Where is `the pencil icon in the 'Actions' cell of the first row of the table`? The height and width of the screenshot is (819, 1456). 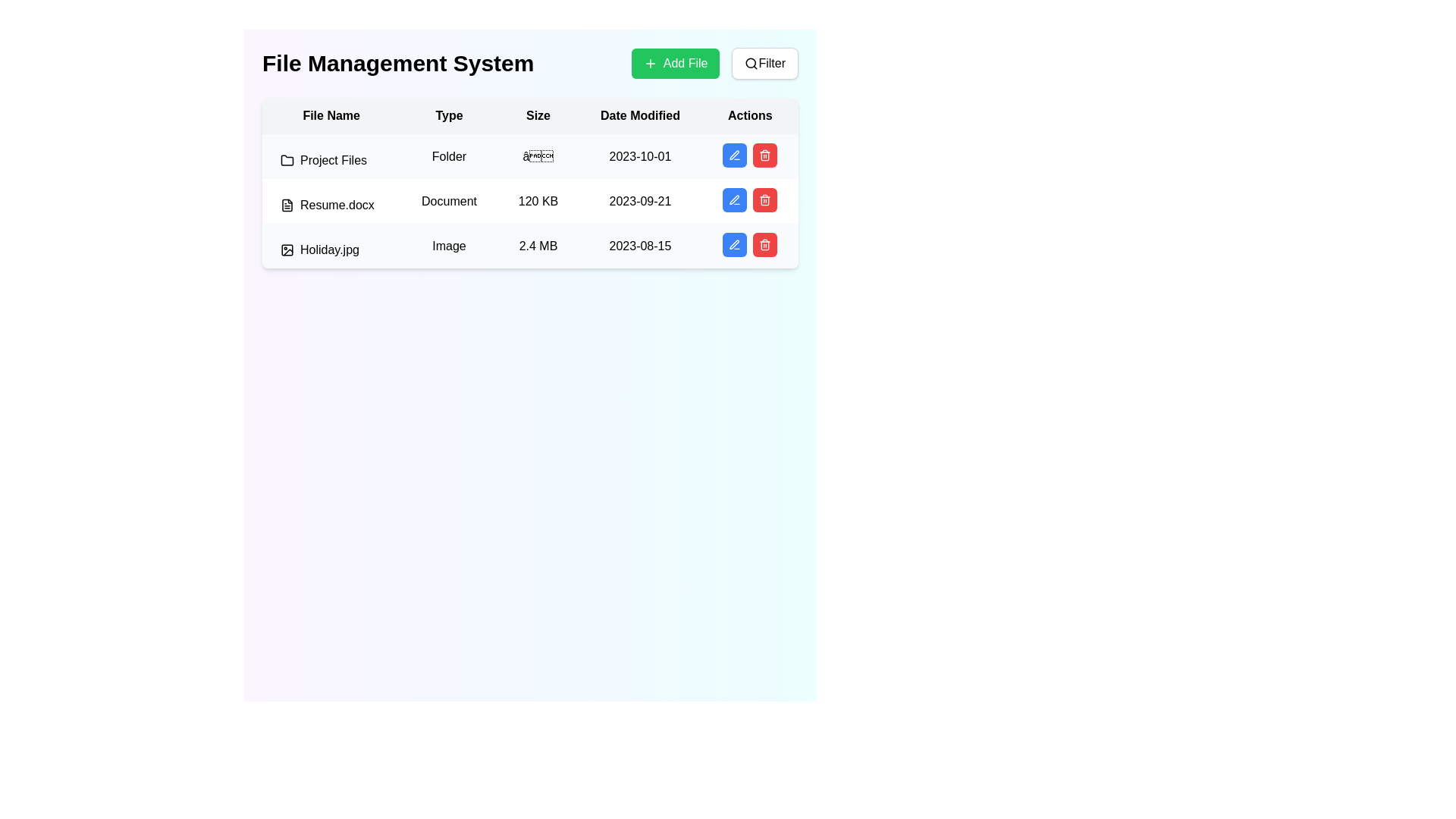
the pencil icon in the 'Actions' cell of the first row of the table is located at coordinates (750, 155).